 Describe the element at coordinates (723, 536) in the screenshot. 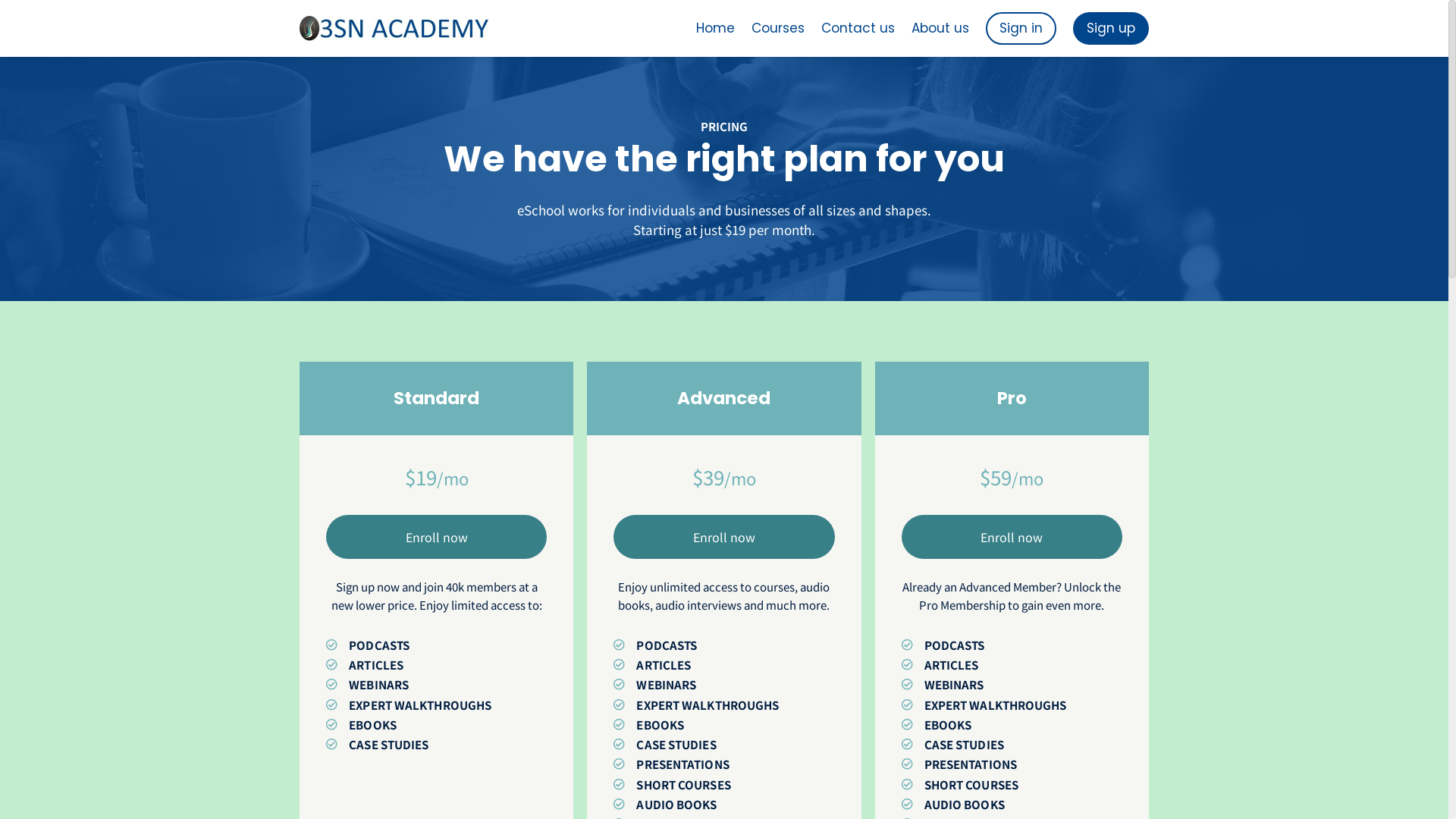

I see `'Enroll now'` at that location.